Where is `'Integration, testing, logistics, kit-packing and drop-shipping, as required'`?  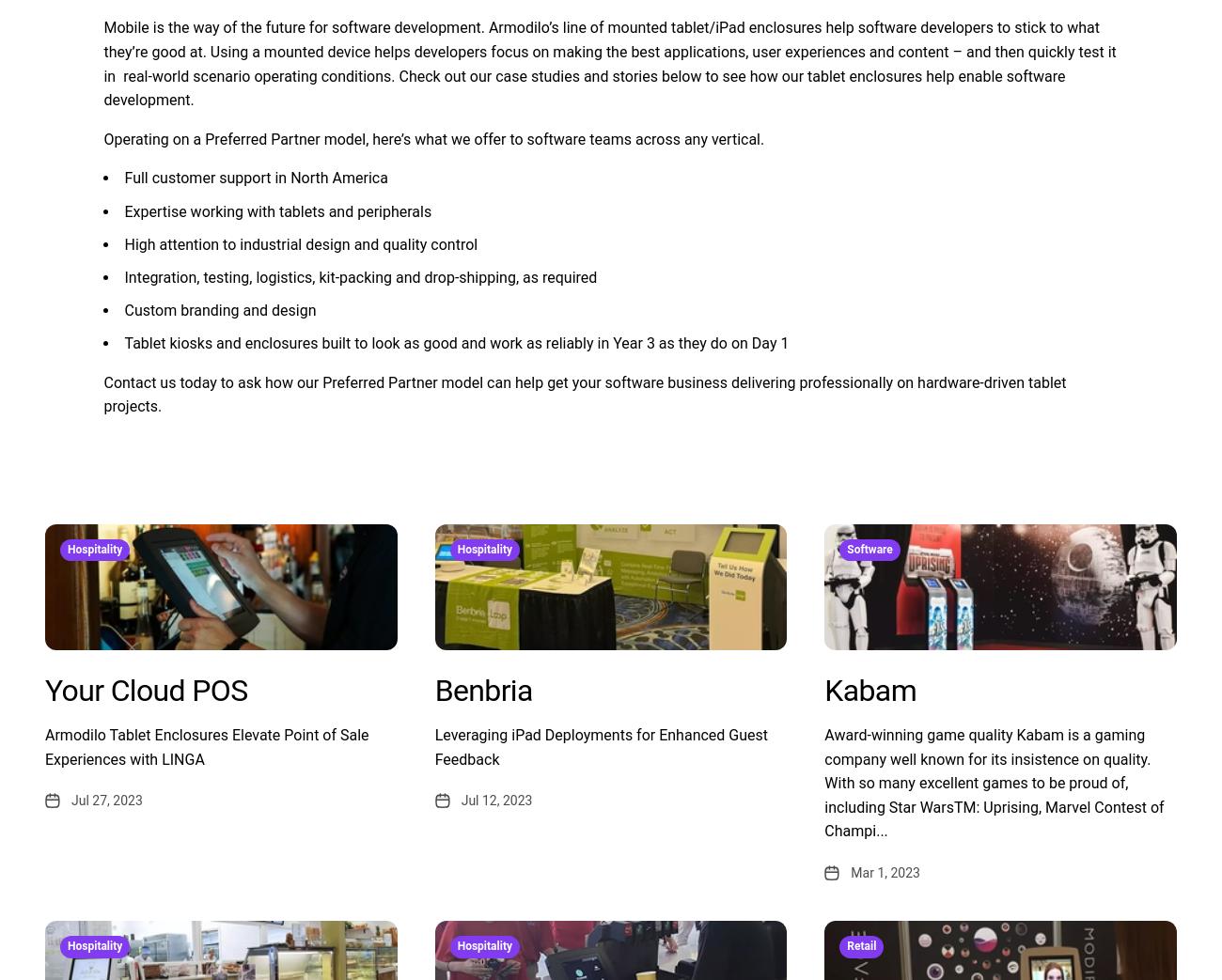
'Integration, testing, logistics, kit-packing and drop-shipping, as required' is located at coordinates (360, 276).